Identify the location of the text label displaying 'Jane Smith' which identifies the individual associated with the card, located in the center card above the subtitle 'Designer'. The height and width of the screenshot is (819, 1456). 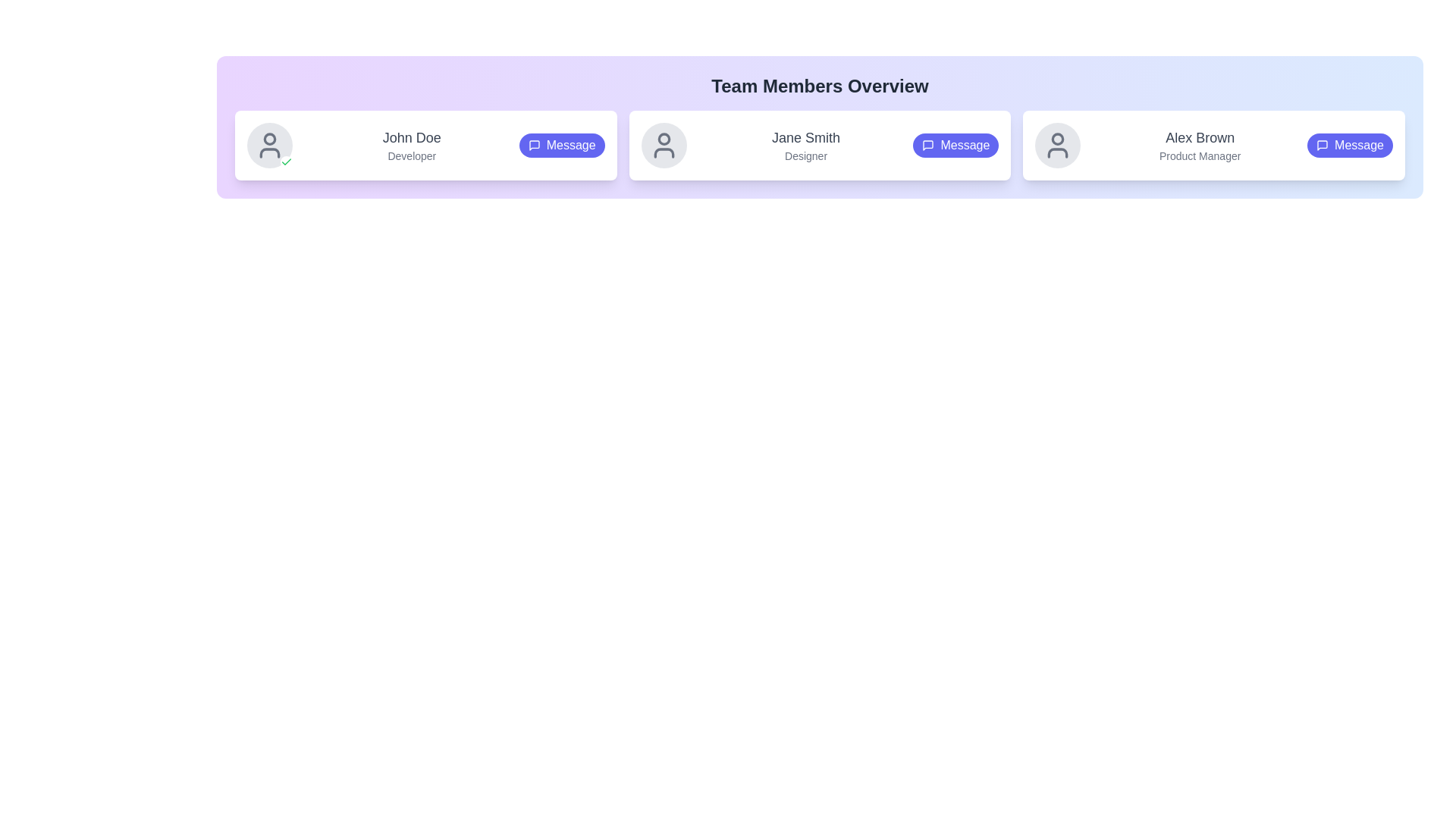
(805, 137).